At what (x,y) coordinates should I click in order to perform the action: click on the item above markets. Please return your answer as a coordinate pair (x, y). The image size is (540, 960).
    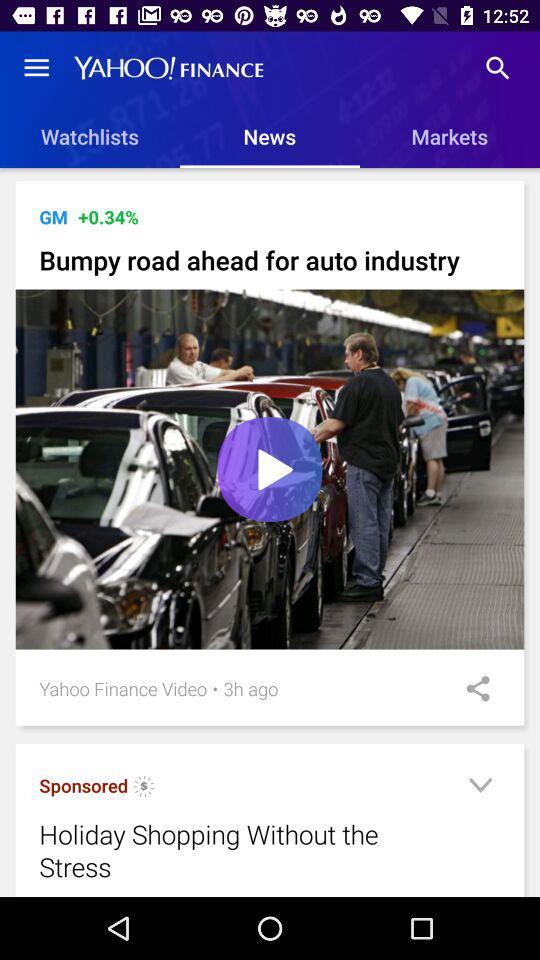
    Looking at the image, I should click on (496, 68).